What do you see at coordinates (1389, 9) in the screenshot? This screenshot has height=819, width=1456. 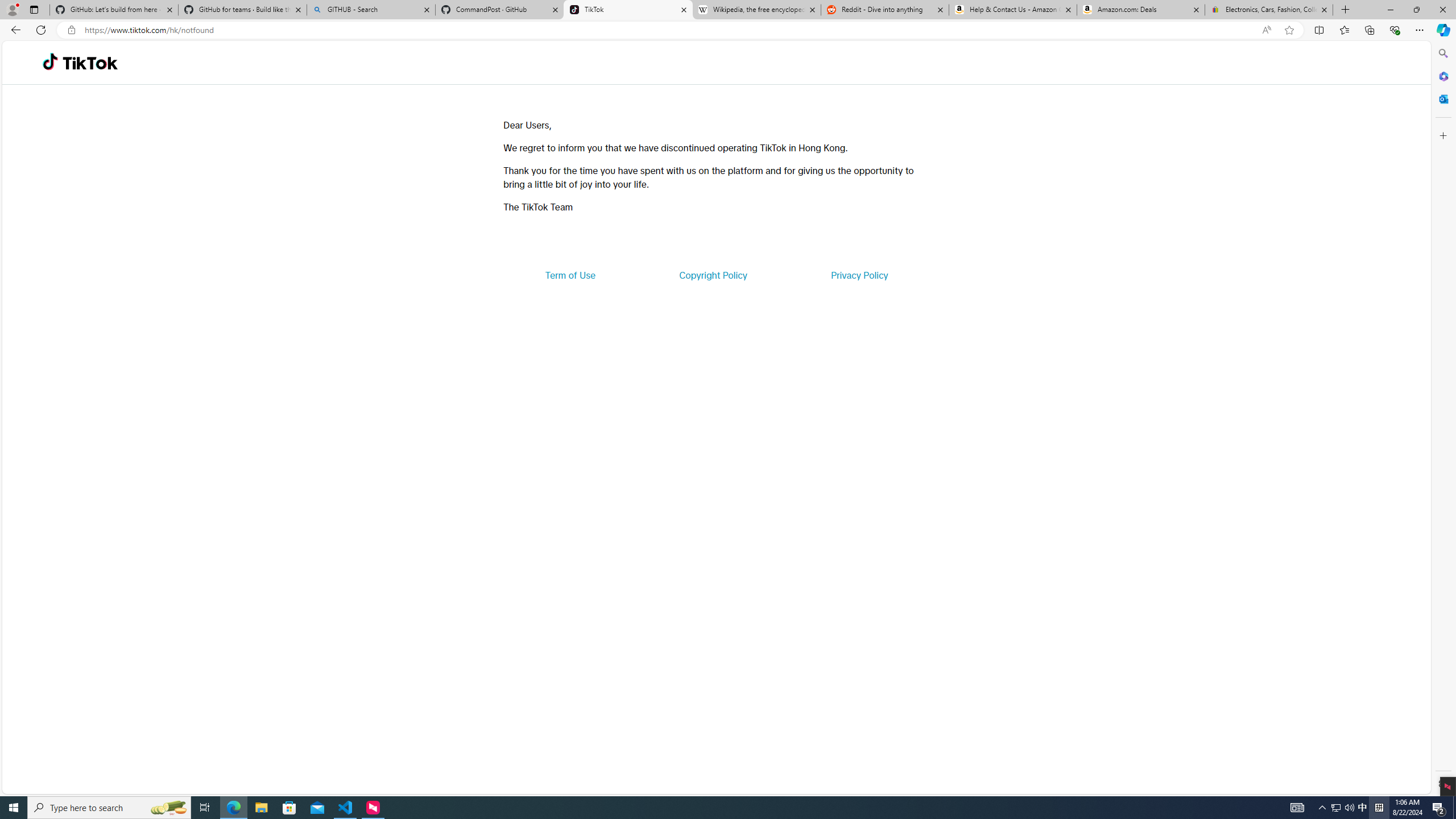 I see `'Minimize'` at bounding box center [1389, 9].